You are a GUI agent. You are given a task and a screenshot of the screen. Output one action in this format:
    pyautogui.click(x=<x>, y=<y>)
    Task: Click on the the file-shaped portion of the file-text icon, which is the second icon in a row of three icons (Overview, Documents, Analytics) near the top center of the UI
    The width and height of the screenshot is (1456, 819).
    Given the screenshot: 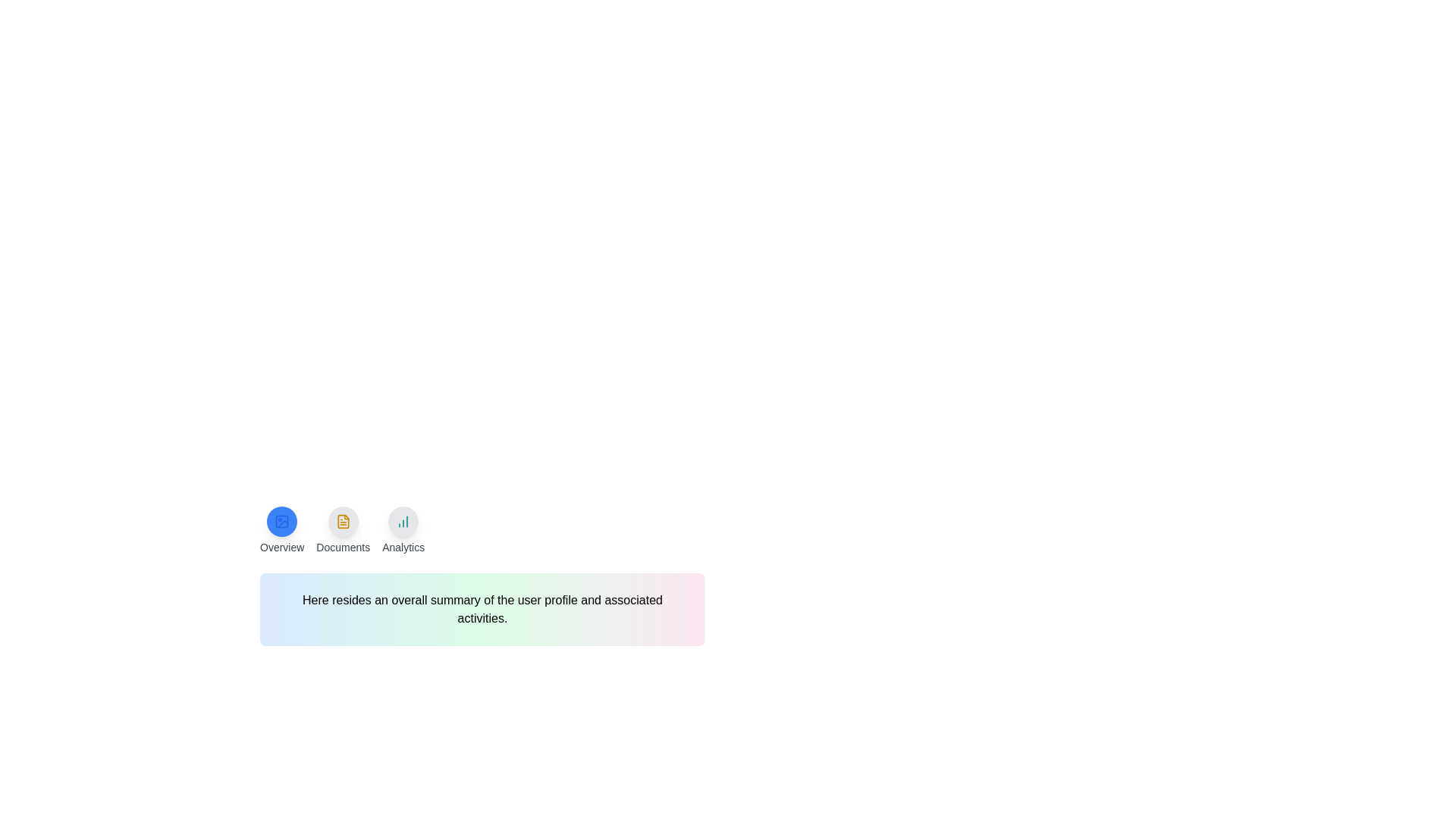 What is the action you would take?
    pyautogui.click(x=342, y=520)
    